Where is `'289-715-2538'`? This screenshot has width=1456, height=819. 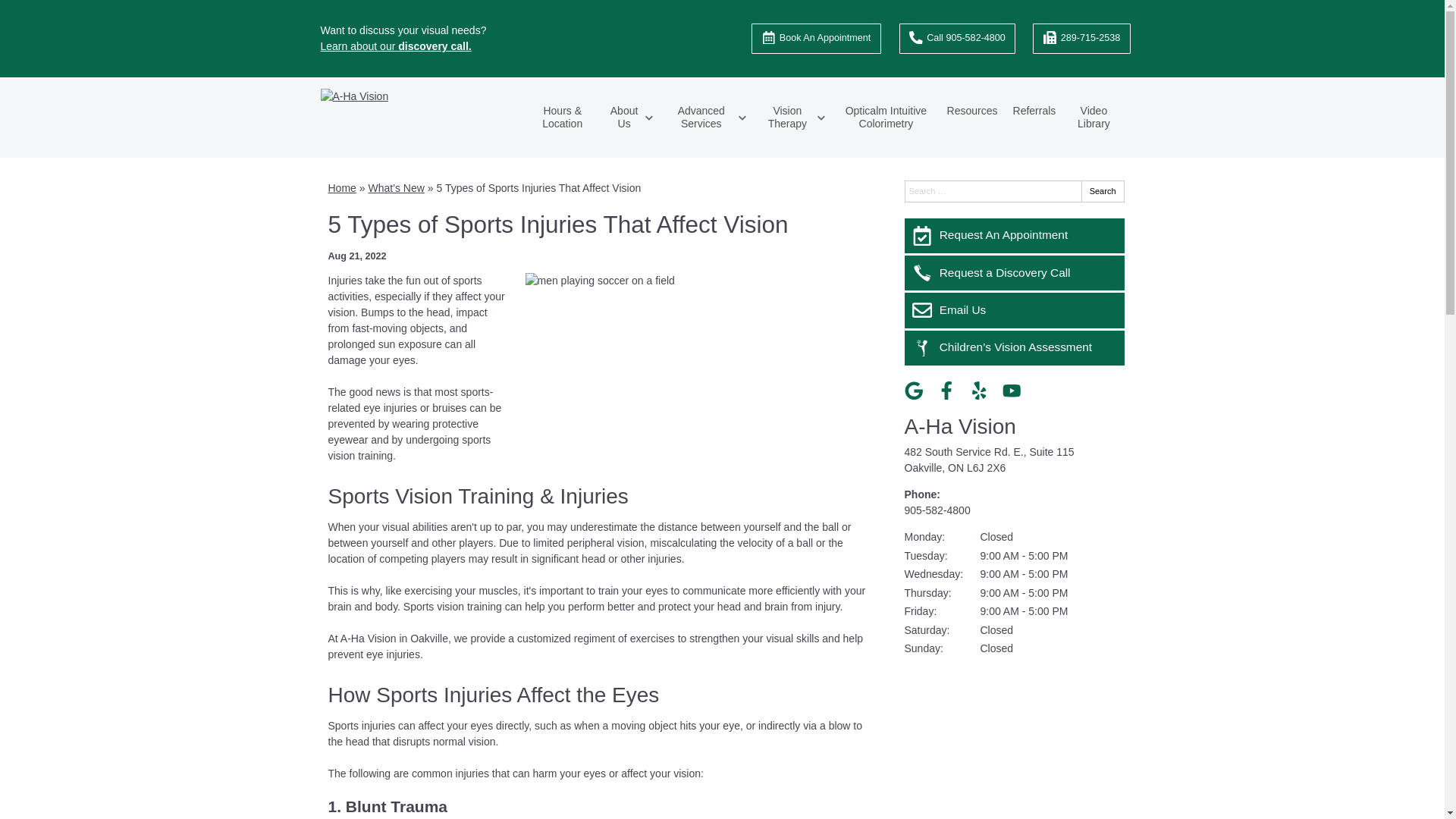
'289-715-2538' is located at coordinates (1081, 37).